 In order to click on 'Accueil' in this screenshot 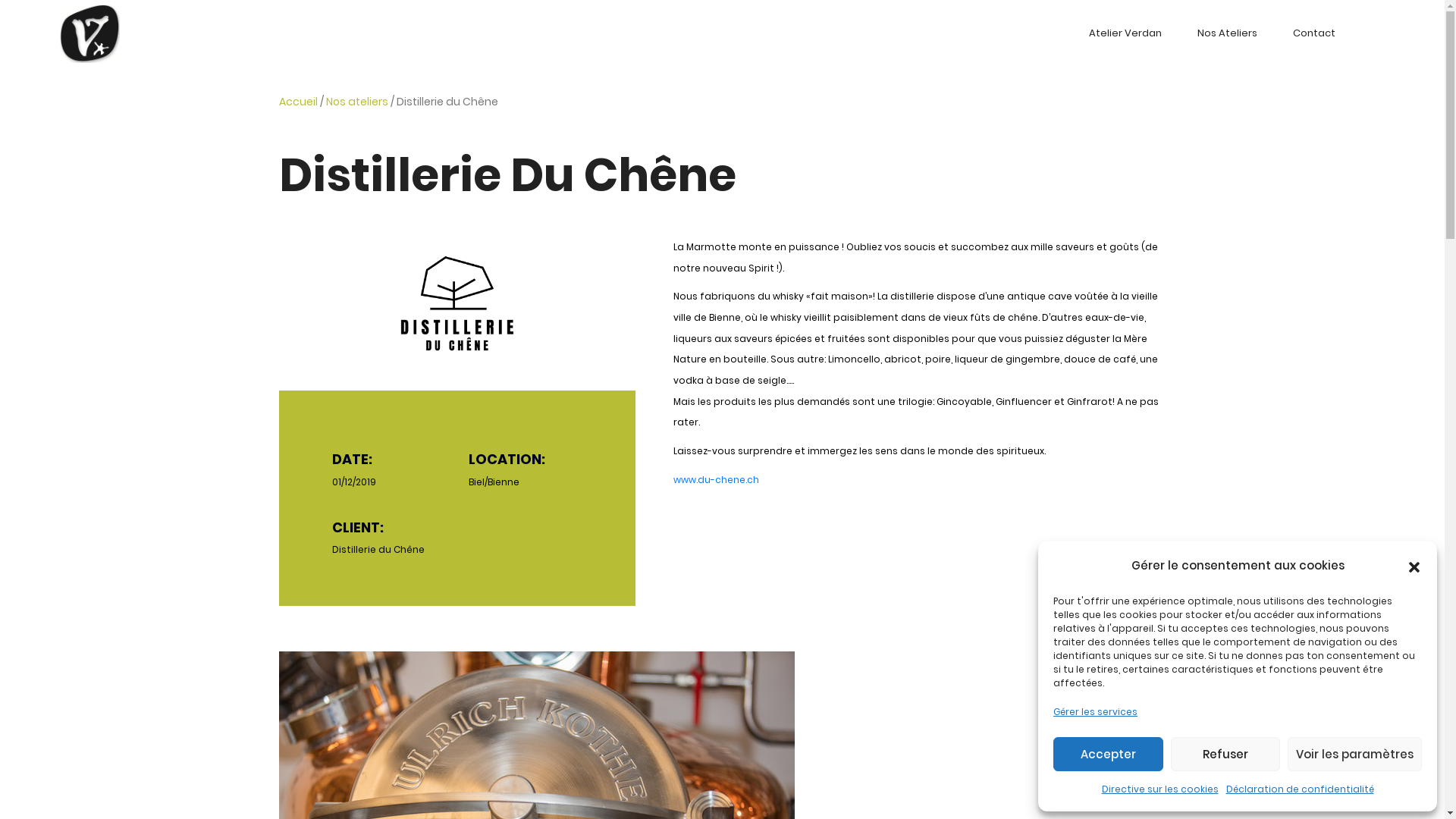, I will do `click(298, 102)`.